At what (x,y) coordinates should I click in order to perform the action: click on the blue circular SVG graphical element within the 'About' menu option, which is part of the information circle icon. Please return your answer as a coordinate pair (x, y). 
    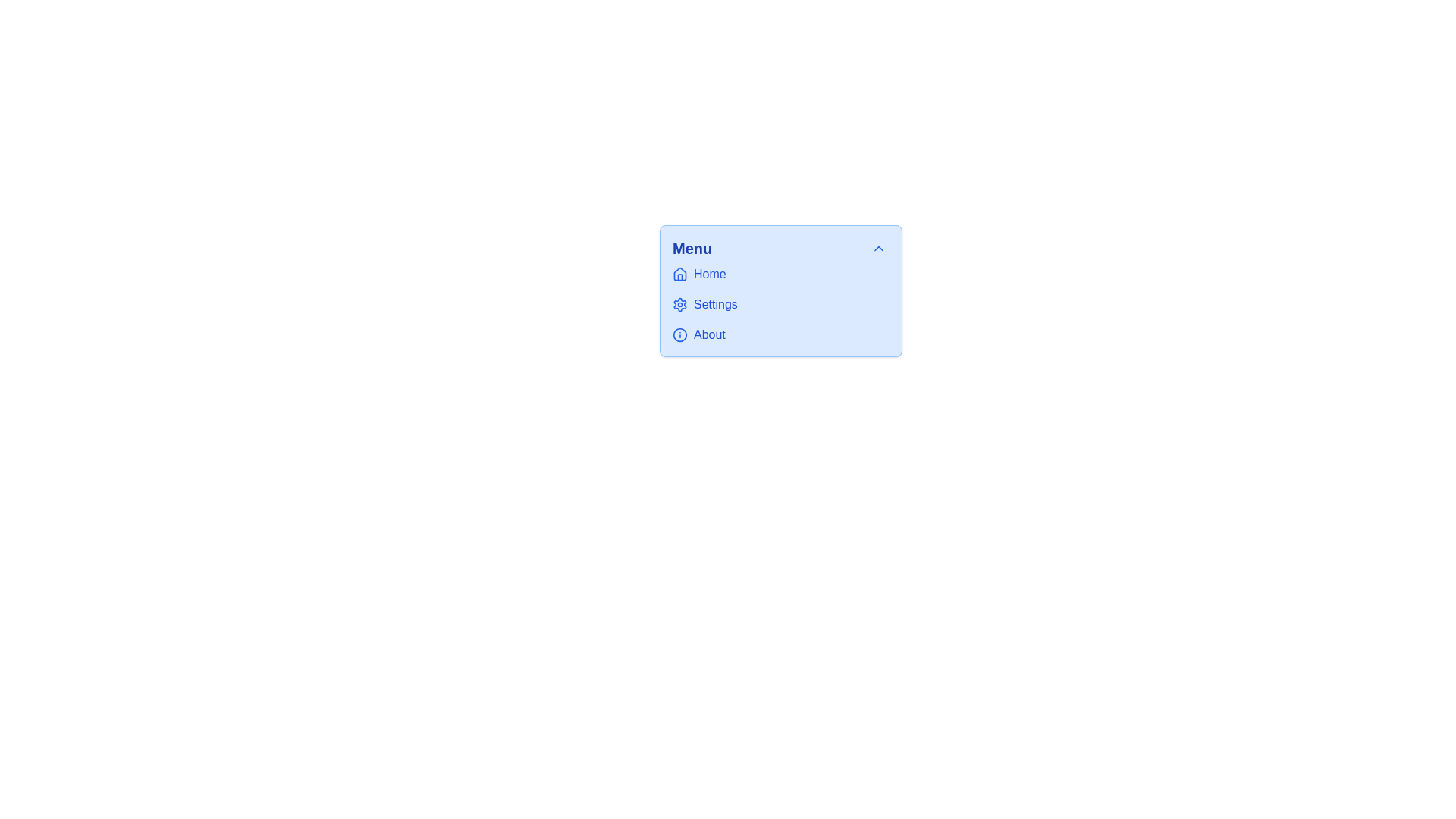
    Looking at the image, I should click on (679, 334).